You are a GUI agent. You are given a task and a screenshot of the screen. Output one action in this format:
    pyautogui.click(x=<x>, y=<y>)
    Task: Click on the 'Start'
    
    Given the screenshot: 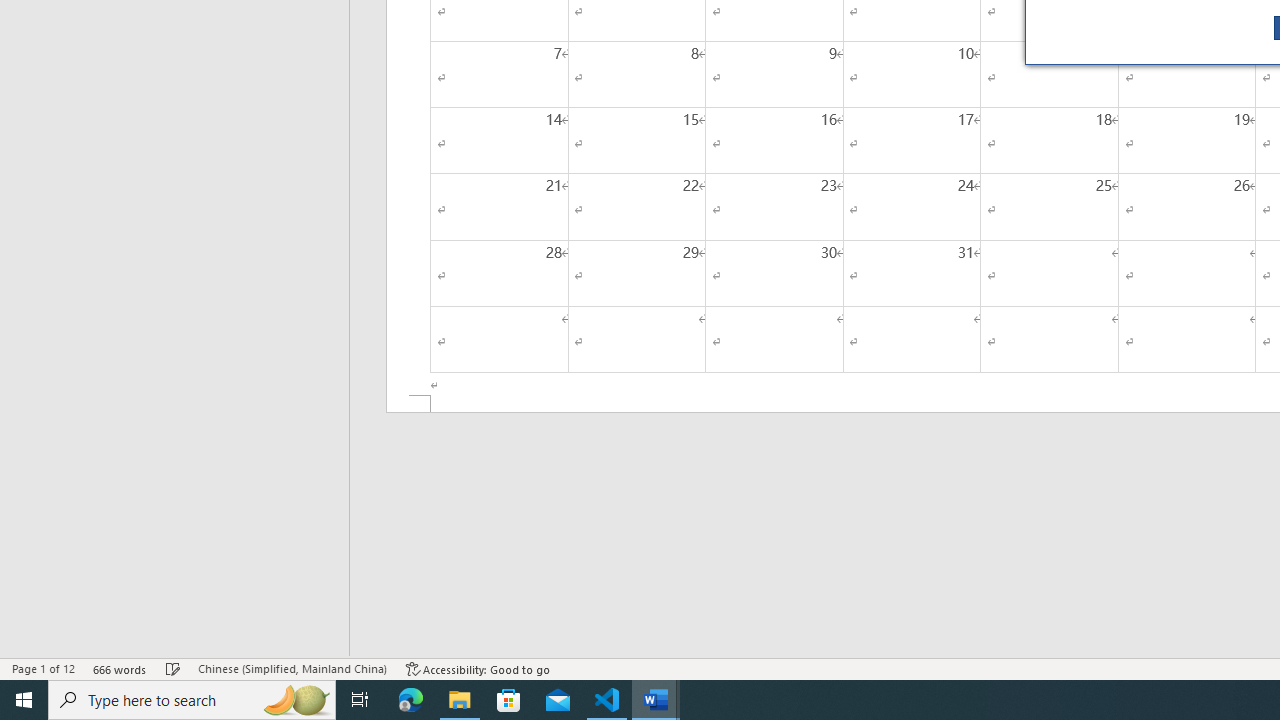 What is the action you would take?
    pyautogui.click(x=24, y=698)
    